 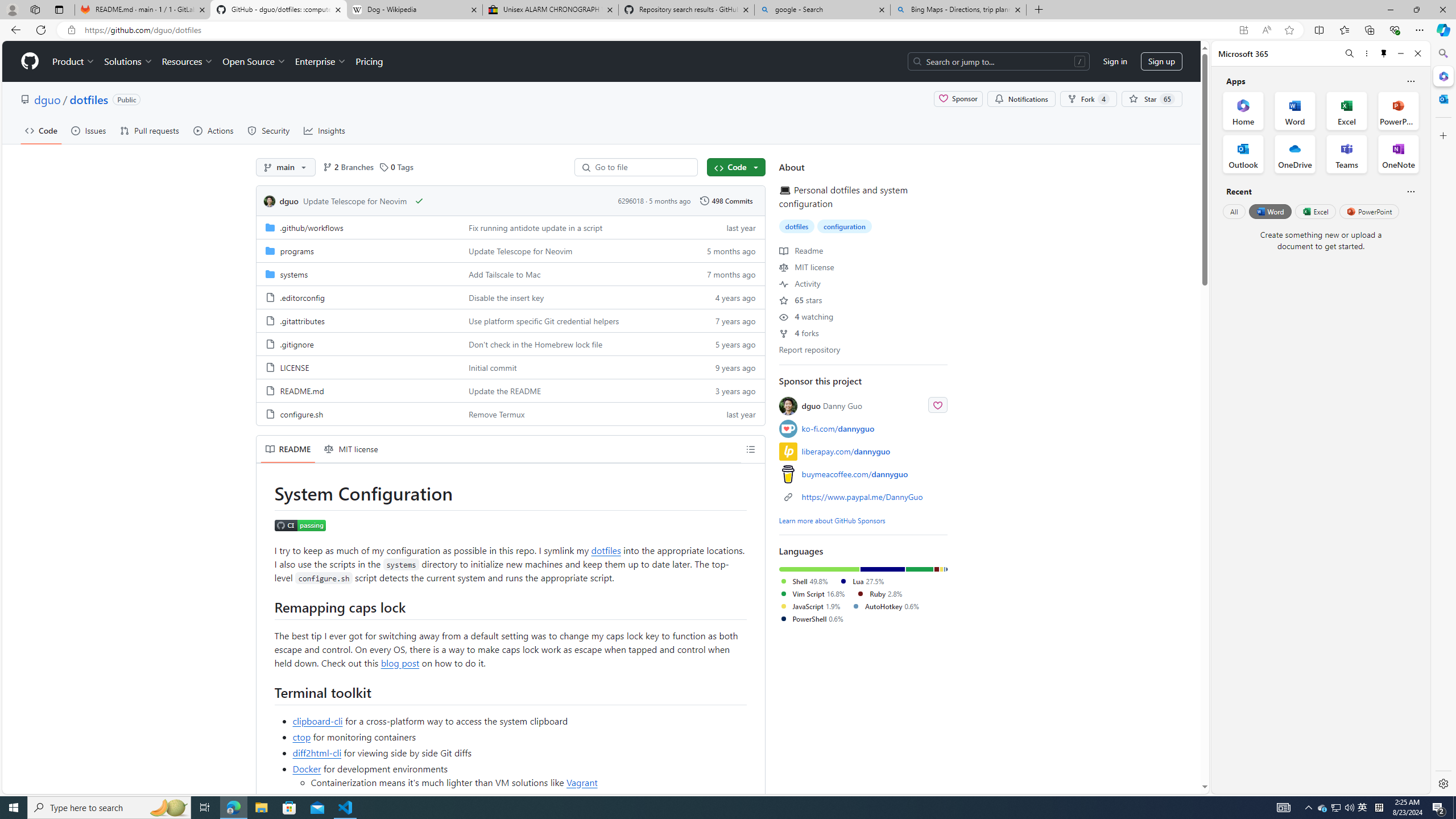 What do you see at coordinates (1443, 418) in the screenshot?
I see `'Side bar'` at bounding box center [1443, 418].